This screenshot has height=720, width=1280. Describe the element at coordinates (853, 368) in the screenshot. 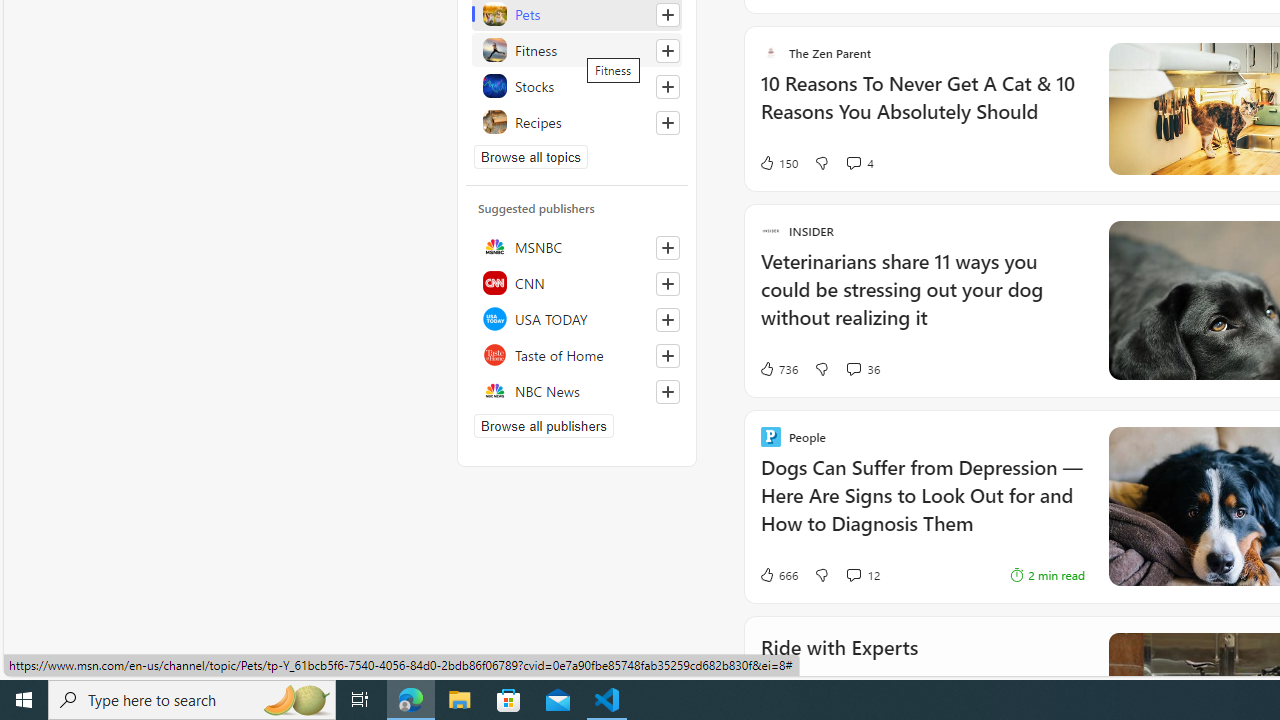

I see `'View comments 36 Comment'` at that location.